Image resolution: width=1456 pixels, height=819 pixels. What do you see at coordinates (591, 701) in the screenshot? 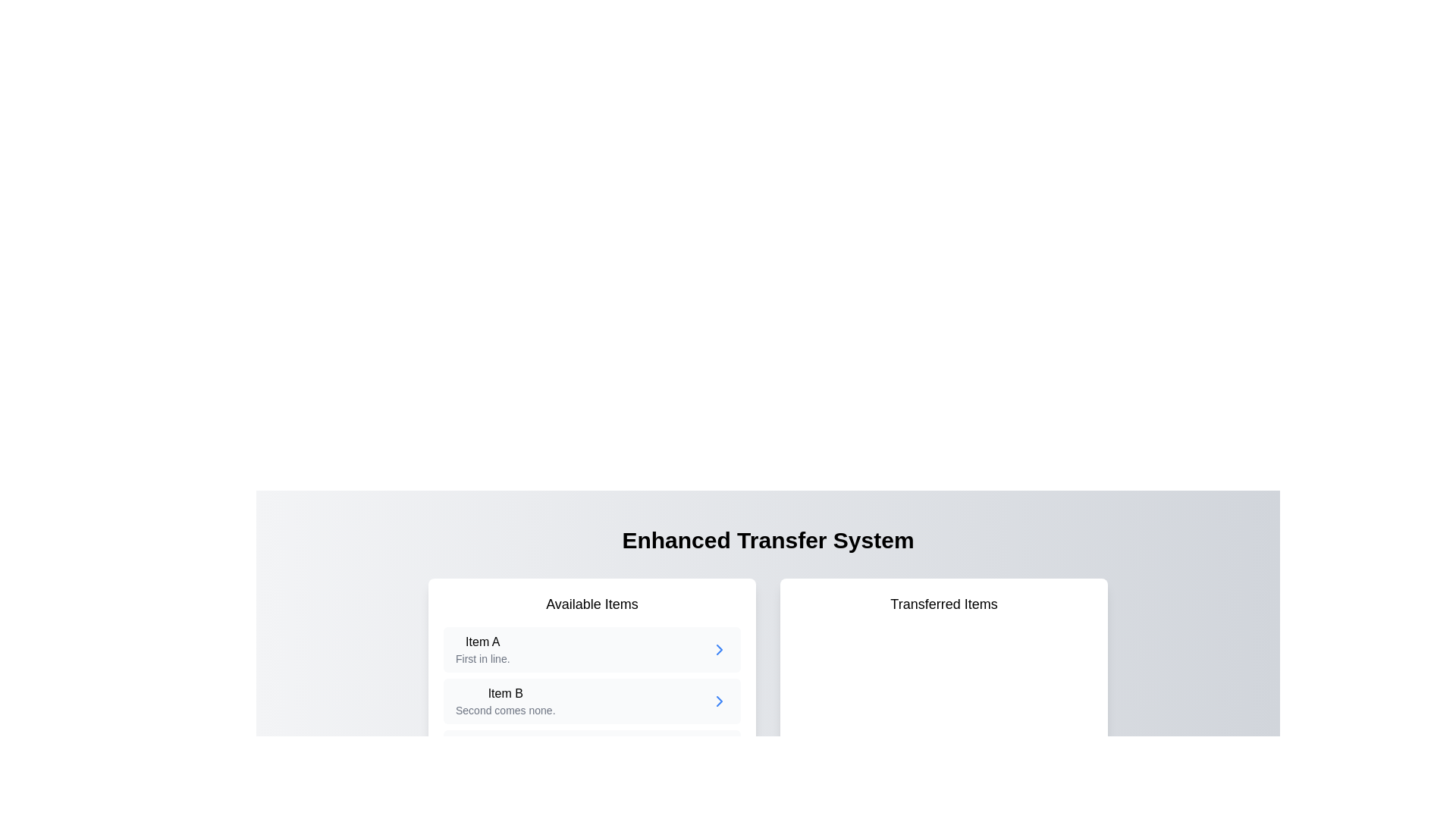
I see `the list item labeled 'Item B' with subtext 'Second comes none.'` at bounding box center [591, 701].